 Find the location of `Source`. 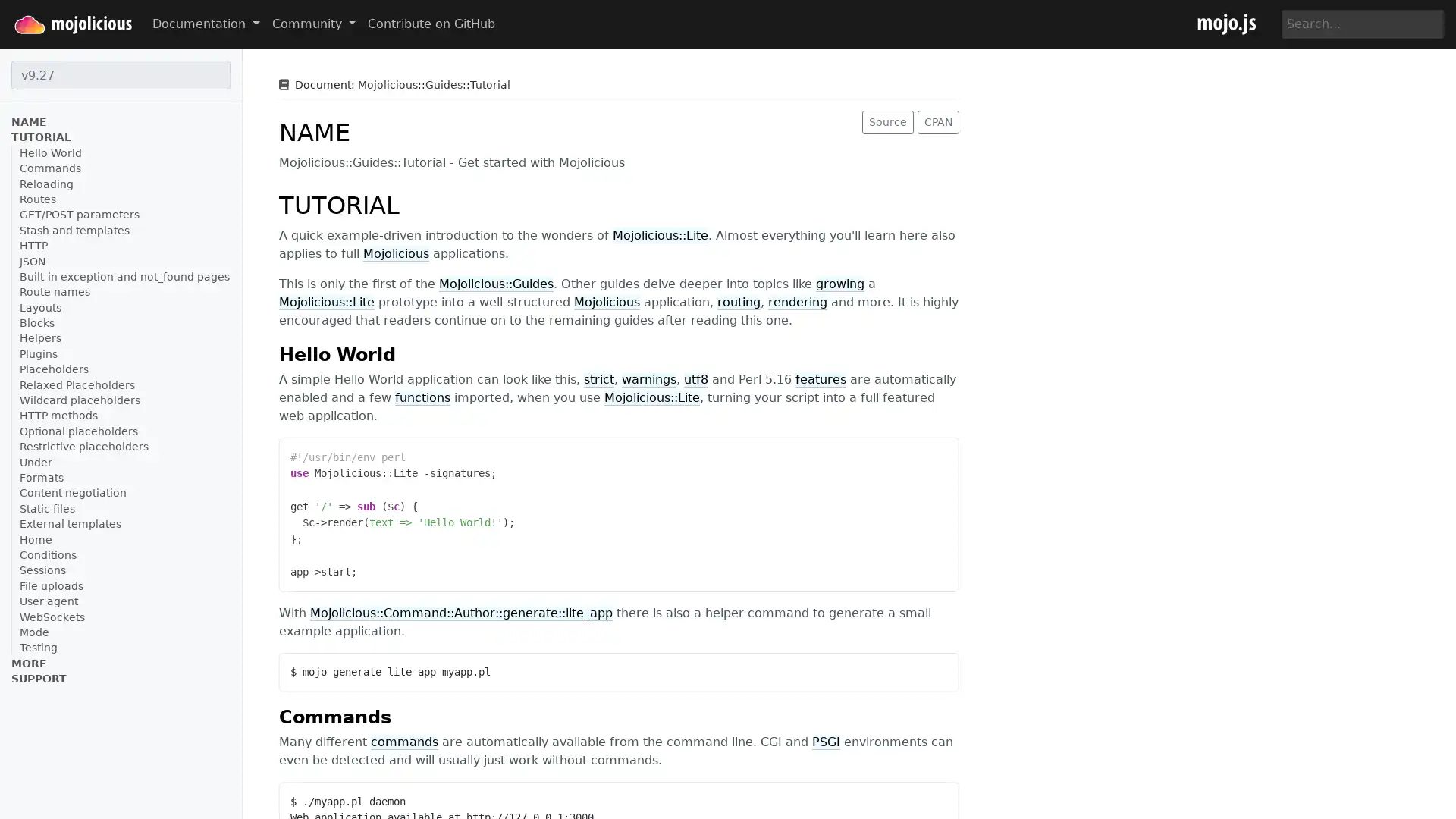

Source is located at coordinates (888, 121).